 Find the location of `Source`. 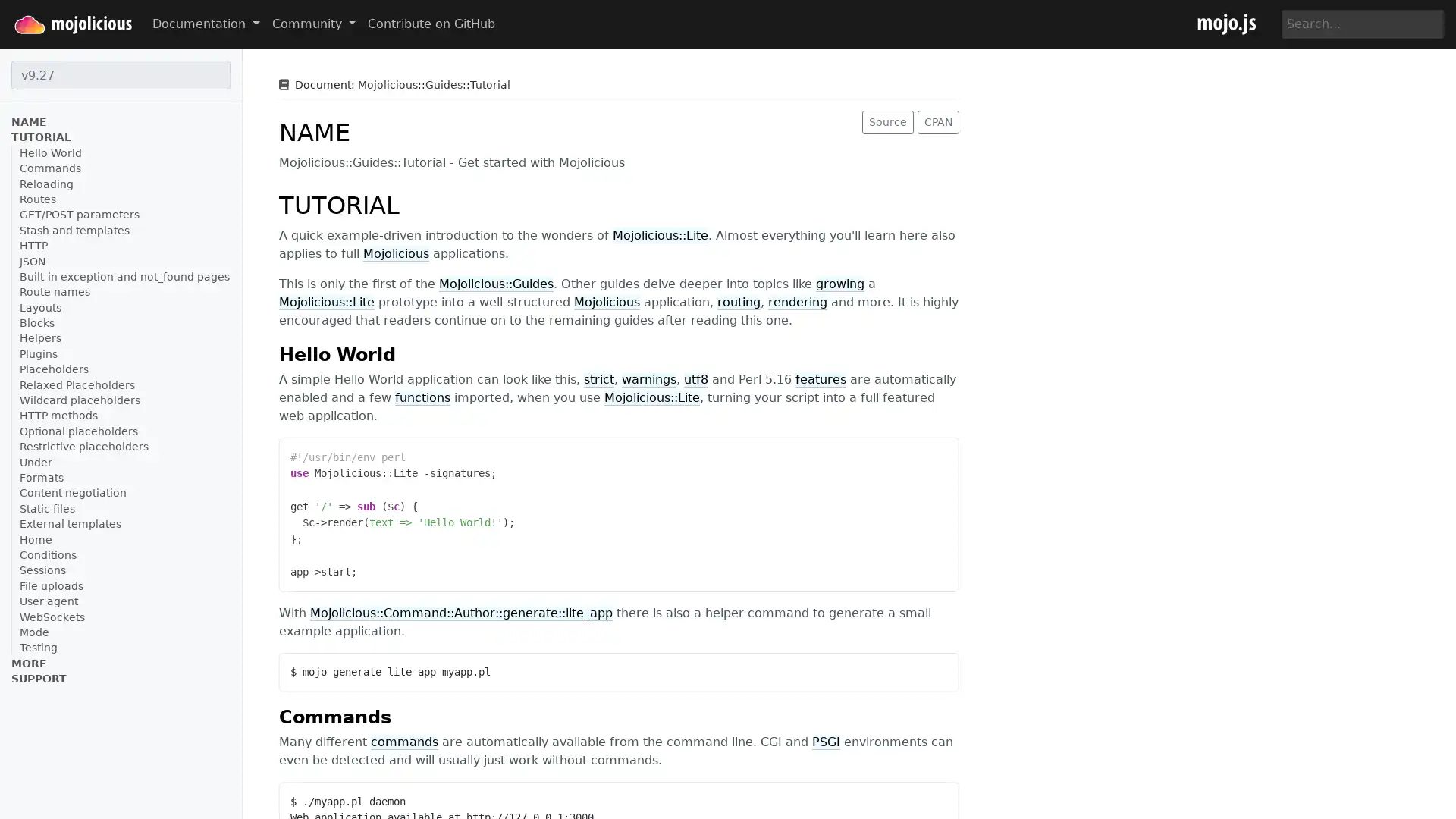

Source is located at coordinates (888, 121).